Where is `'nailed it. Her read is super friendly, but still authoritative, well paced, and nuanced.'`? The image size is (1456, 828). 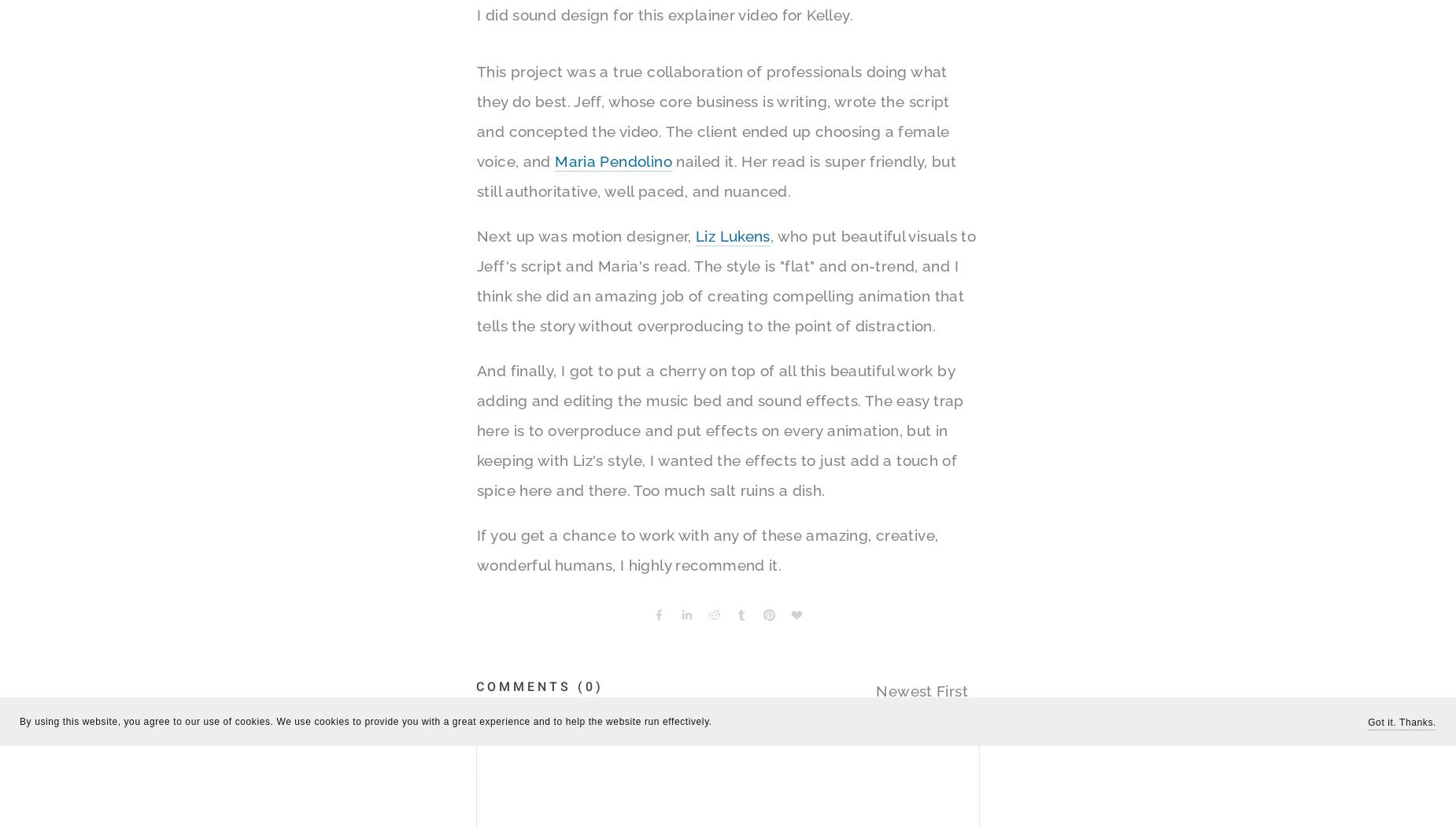 'nailed it. Her read is super friendly, but still authoritative, well paced, and nuanced.' is located at coordinates (716, 175).